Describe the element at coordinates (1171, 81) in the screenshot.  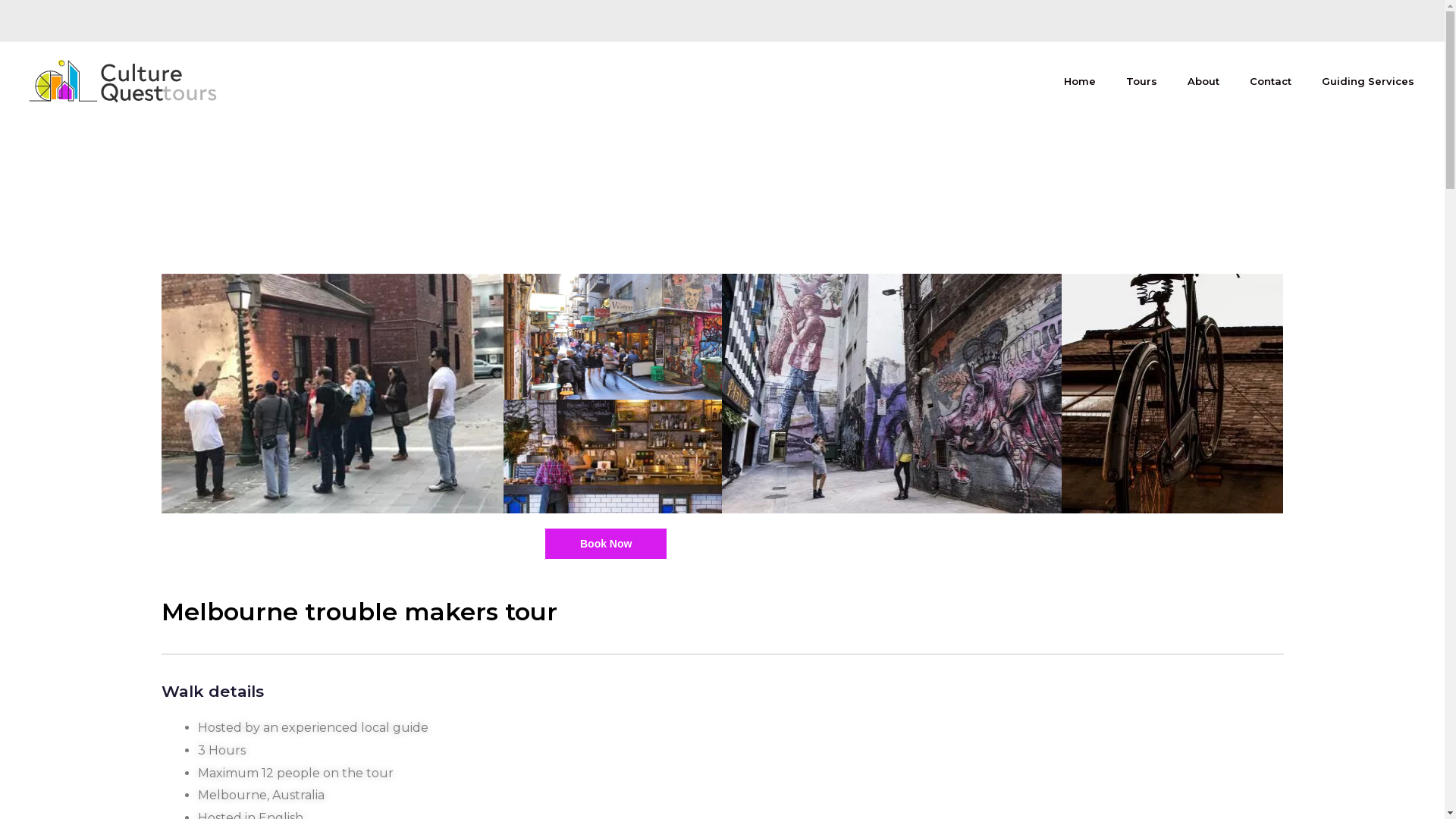
I see `'About'` at that location.